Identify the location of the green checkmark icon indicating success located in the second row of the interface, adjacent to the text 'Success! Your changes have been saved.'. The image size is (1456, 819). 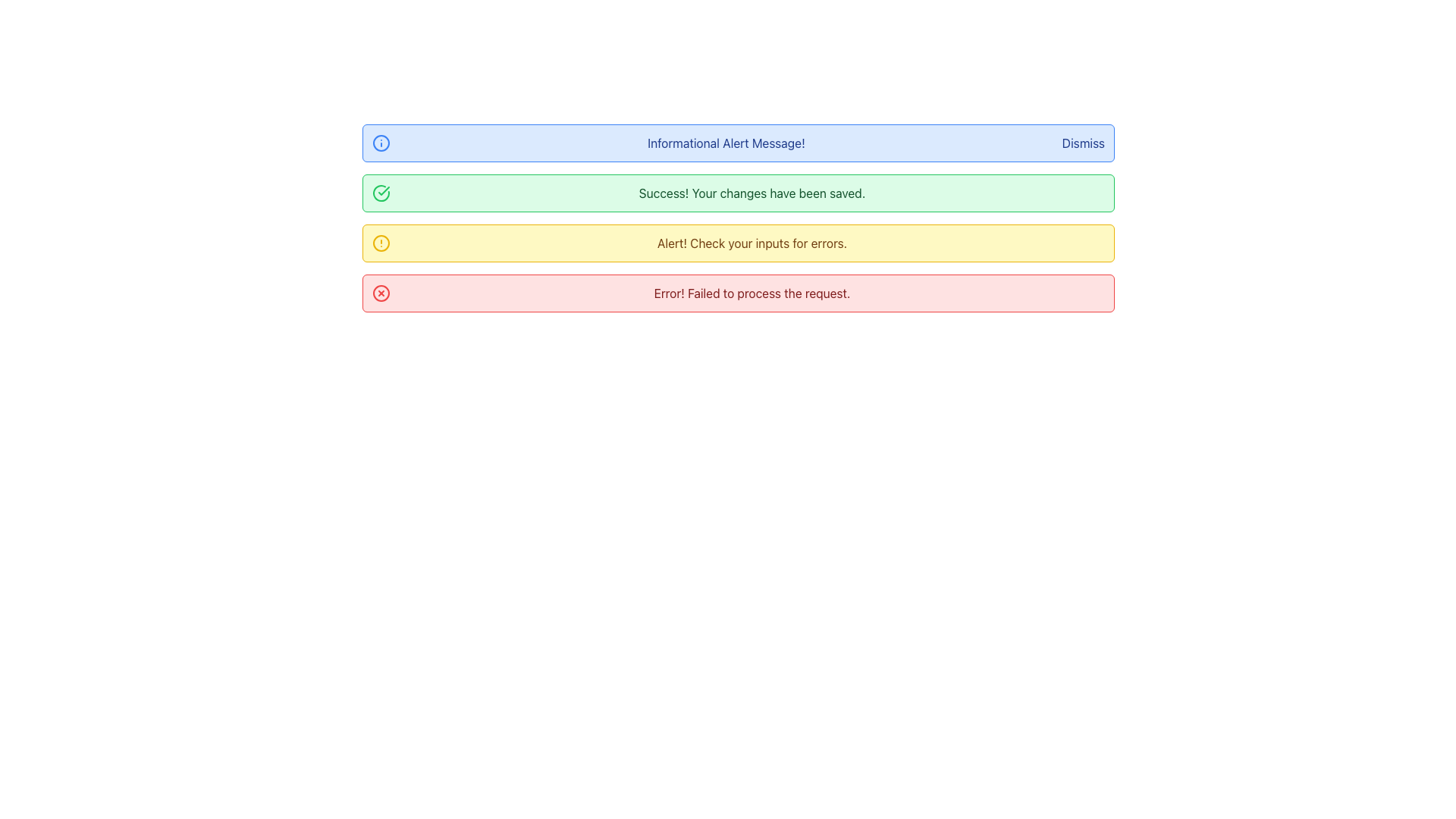
(384, 190).